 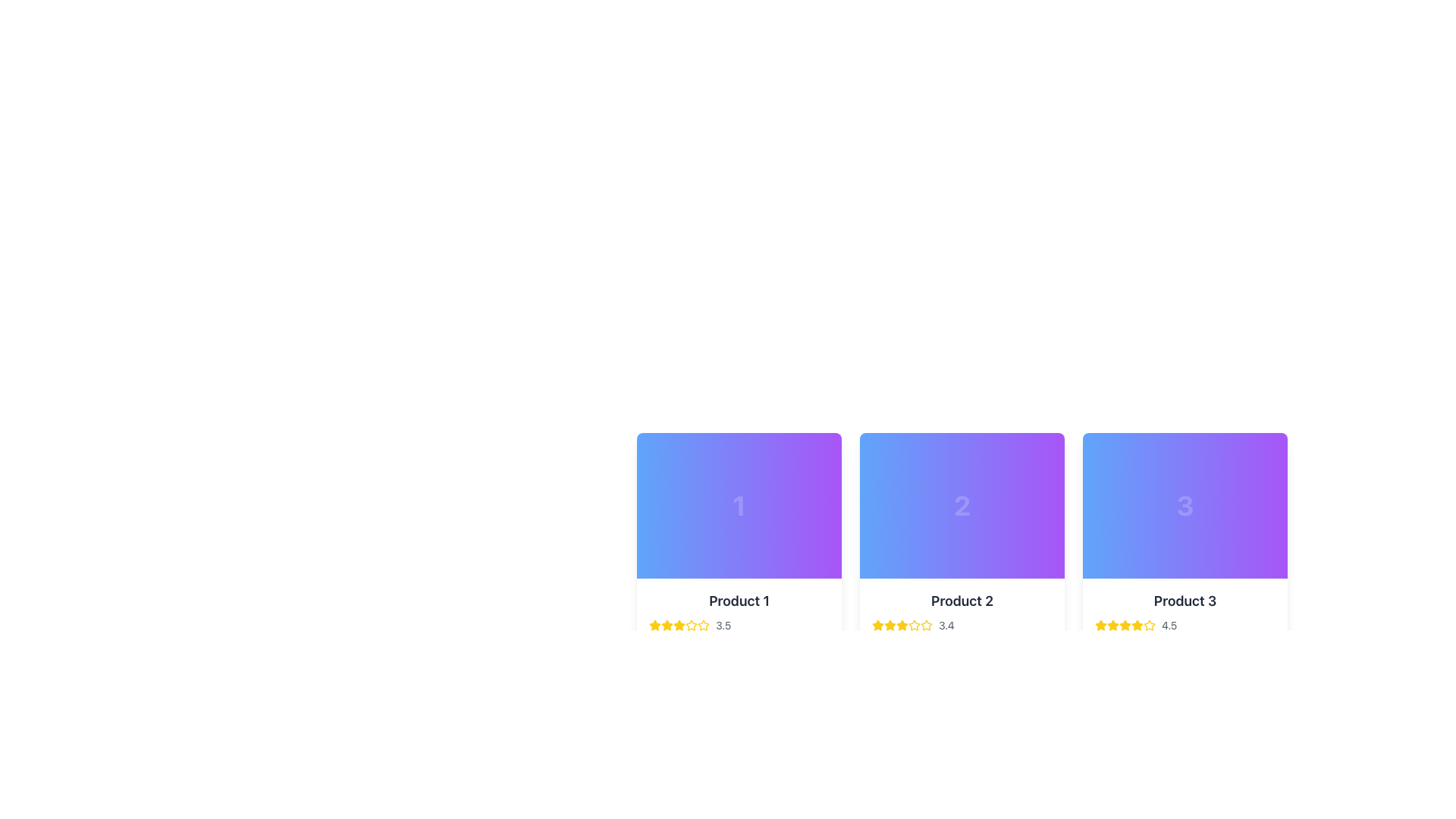 What do you see at coordinates (902, 626) in the screenshot?
I see `the third yellow star in the rating component below the 'Product 2' card to rate it` at bounding box center [902, 626].